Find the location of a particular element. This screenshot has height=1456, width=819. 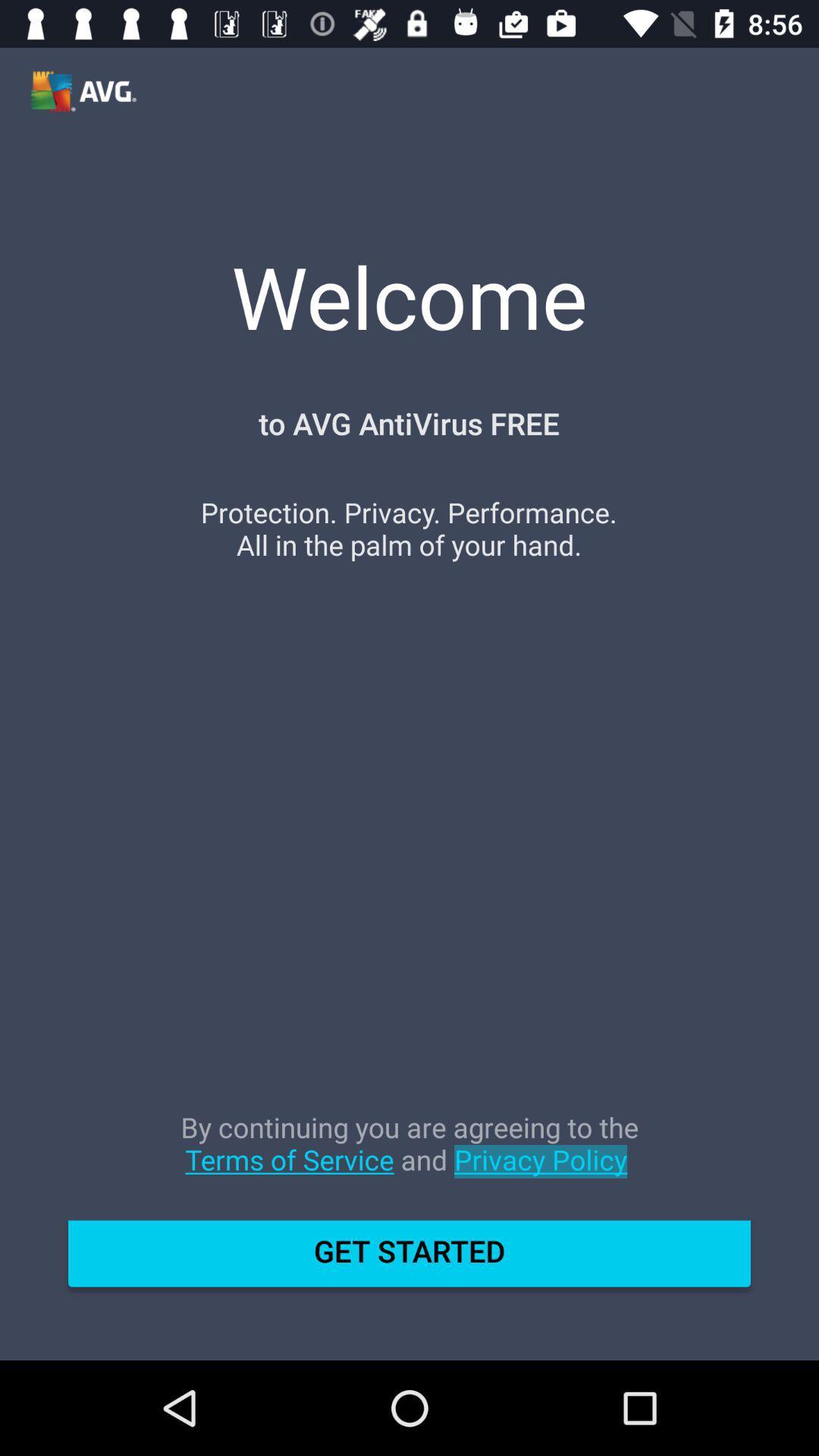

the item below the protection privacy performance item is located at coordinates (409, 1158).